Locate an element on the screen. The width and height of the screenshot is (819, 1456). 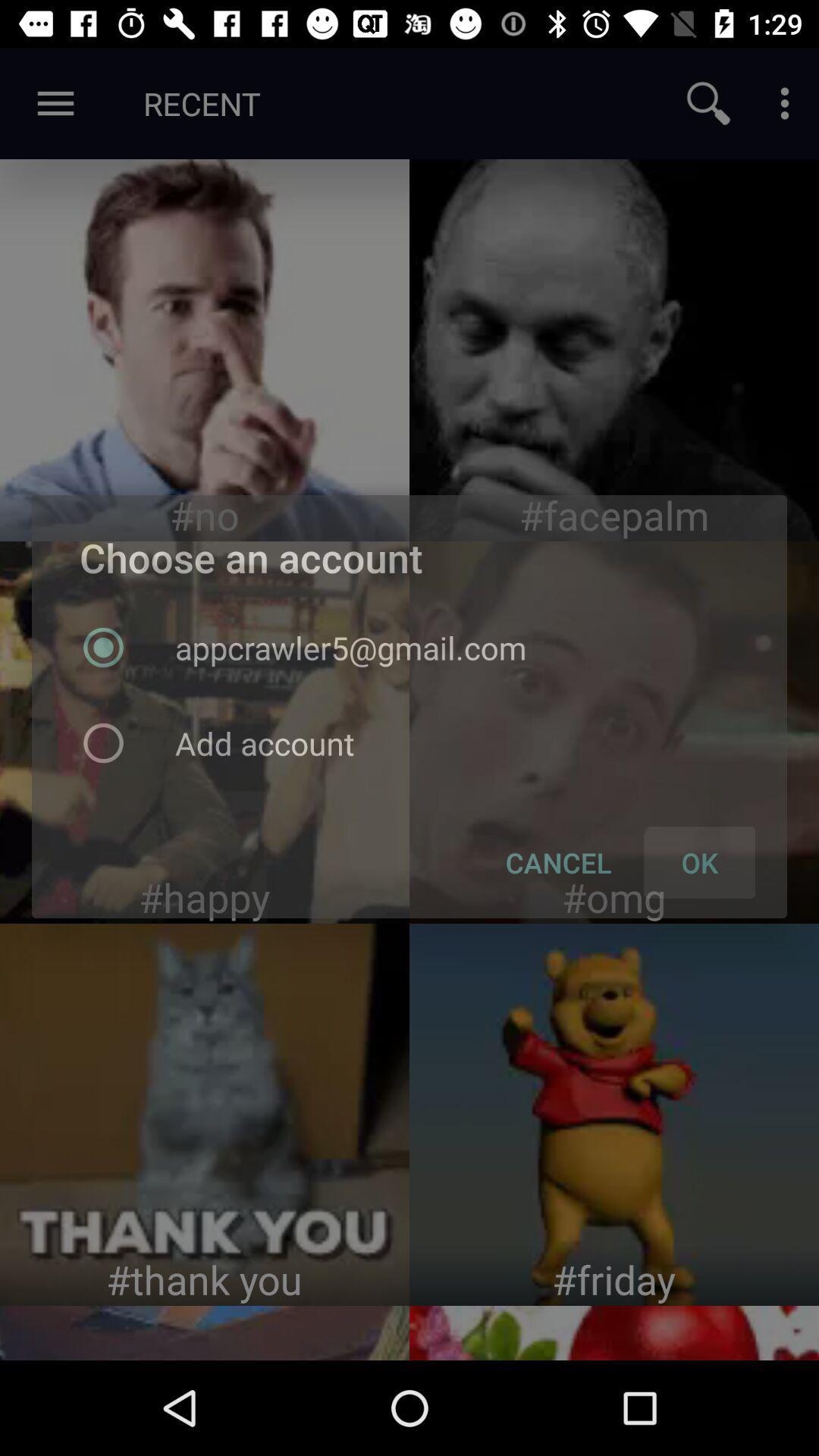
page website is located at coordinates (614, 1332).